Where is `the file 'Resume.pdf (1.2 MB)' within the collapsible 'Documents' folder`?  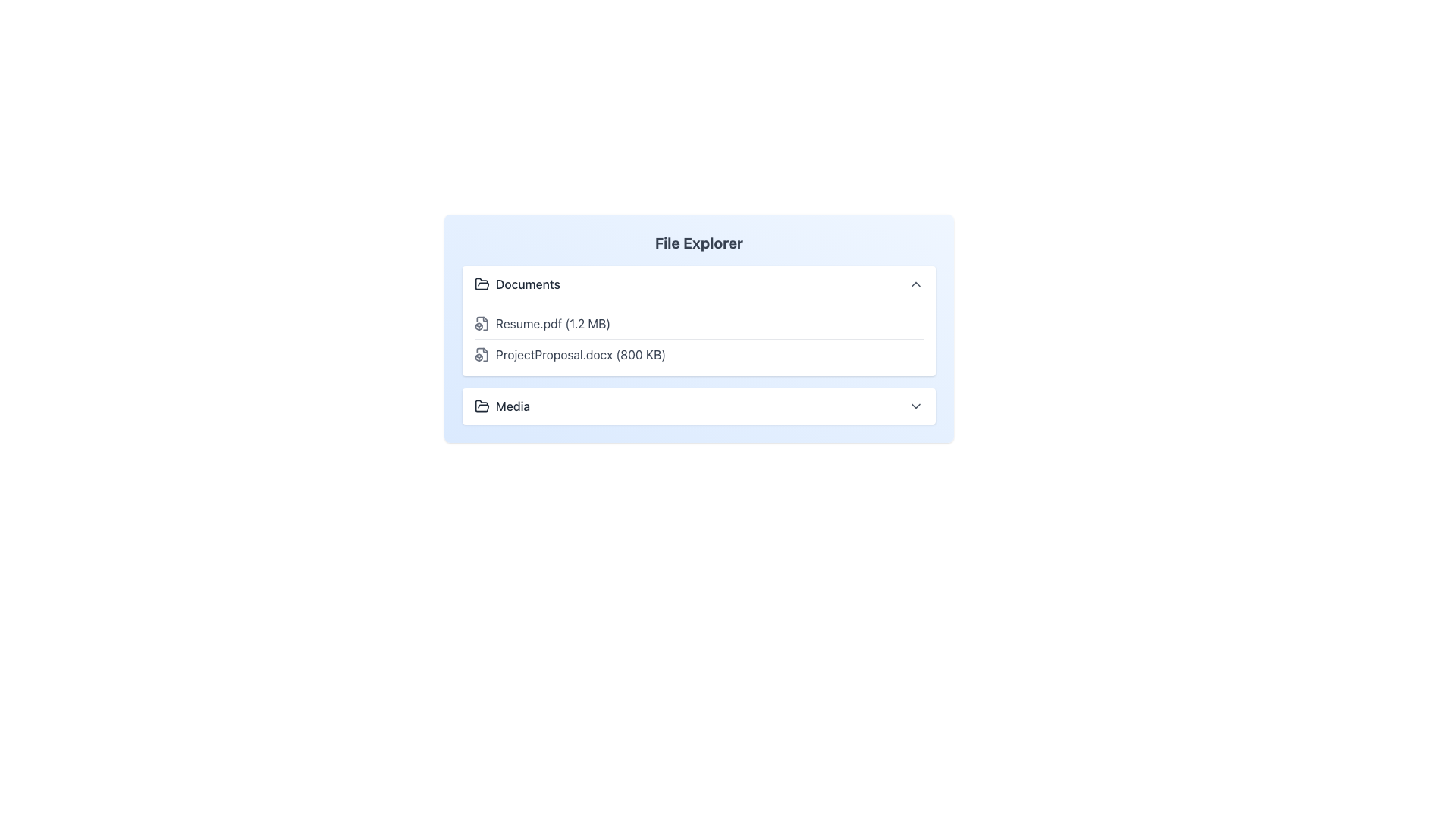 the file 'Resume.pdf (1.2 MB)' within the collapsible 'Documents' folder is located at coordinates (698, 320).